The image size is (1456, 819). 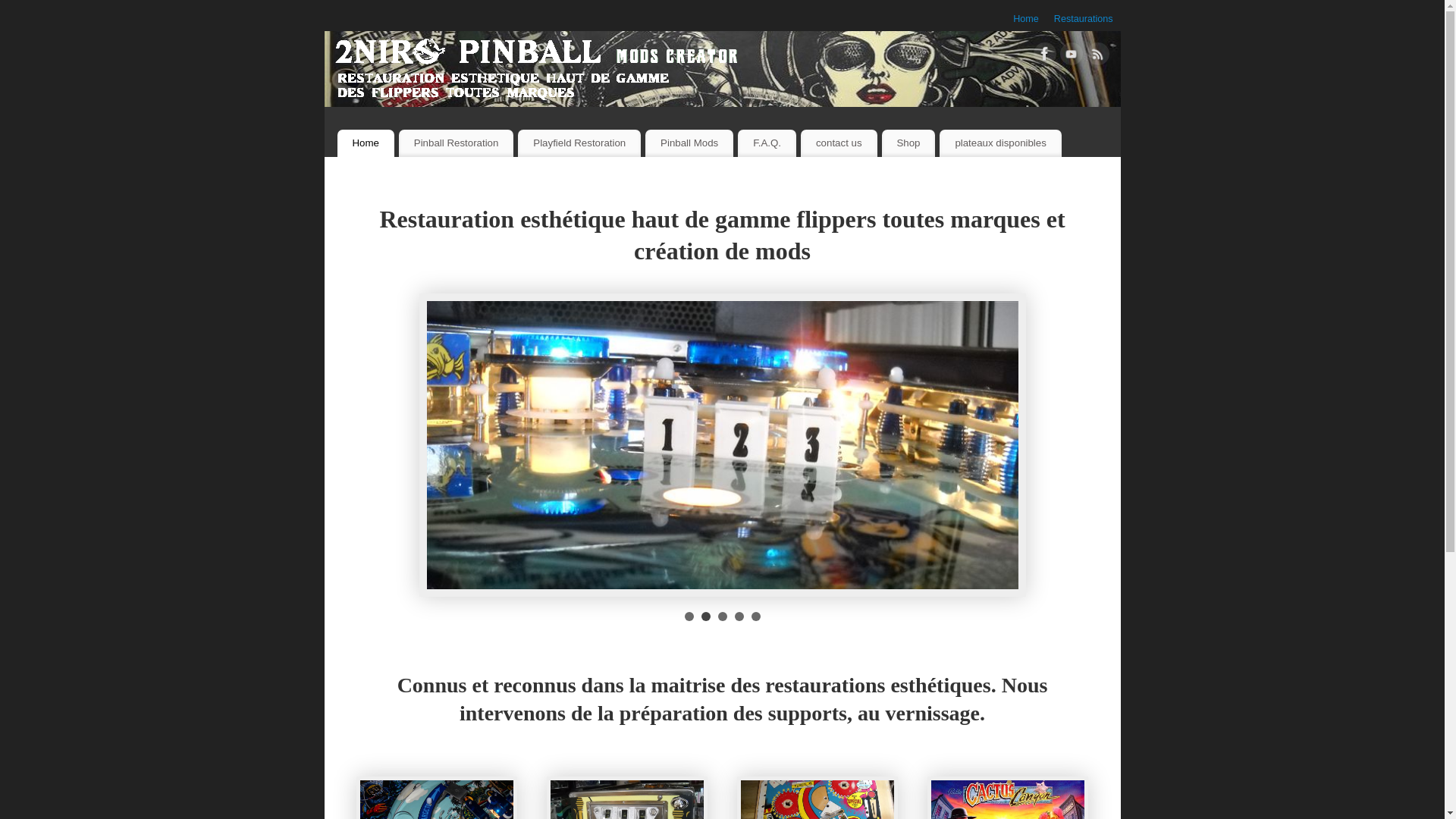 What do you see at coordinates (1043, 55) in the screenshot?
I see `'Facebook'` at bounding box center [1043, 55].